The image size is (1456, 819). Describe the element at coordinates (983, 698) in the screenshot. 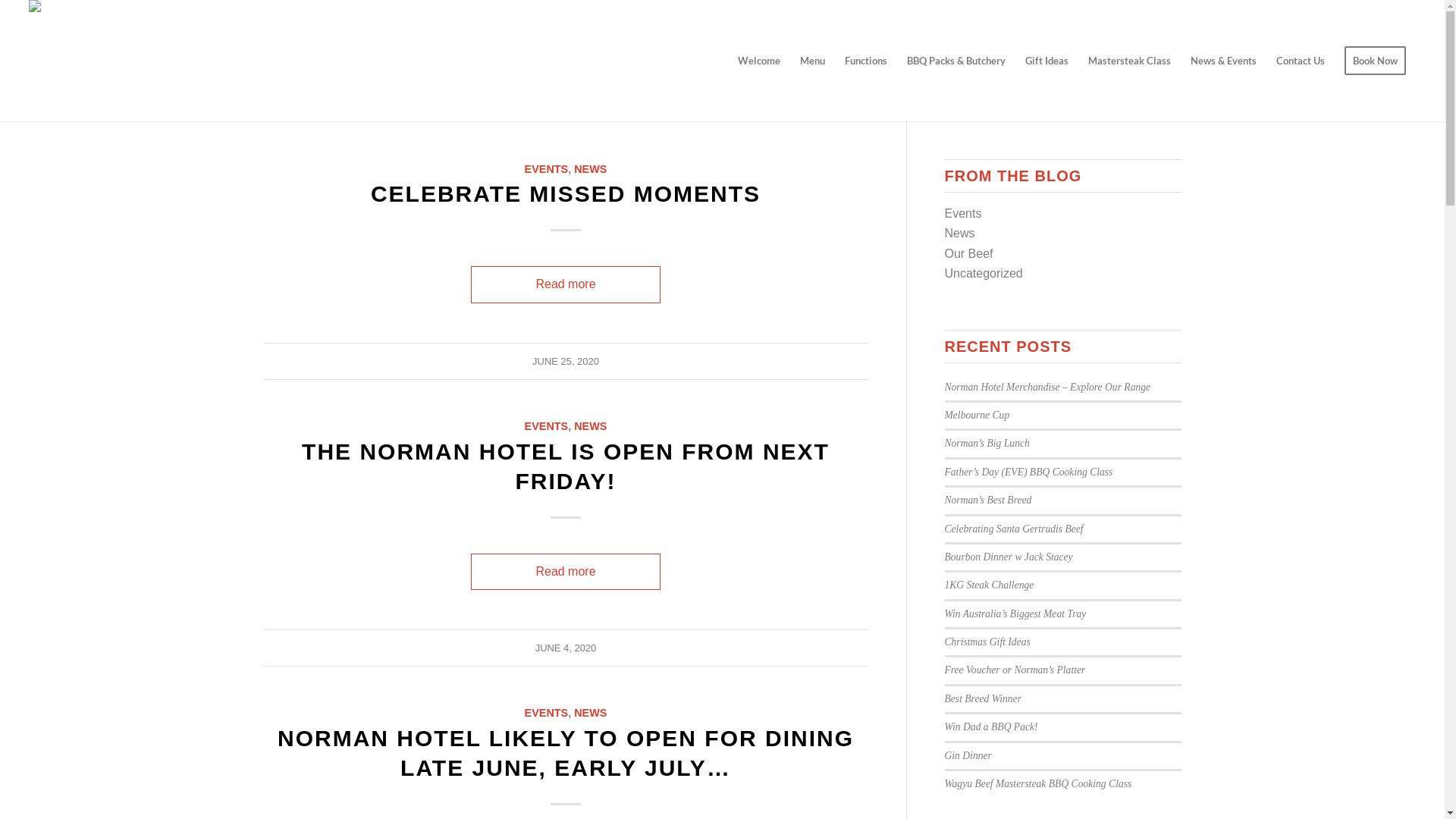

I see `'Best Breed Winner'` at that location.